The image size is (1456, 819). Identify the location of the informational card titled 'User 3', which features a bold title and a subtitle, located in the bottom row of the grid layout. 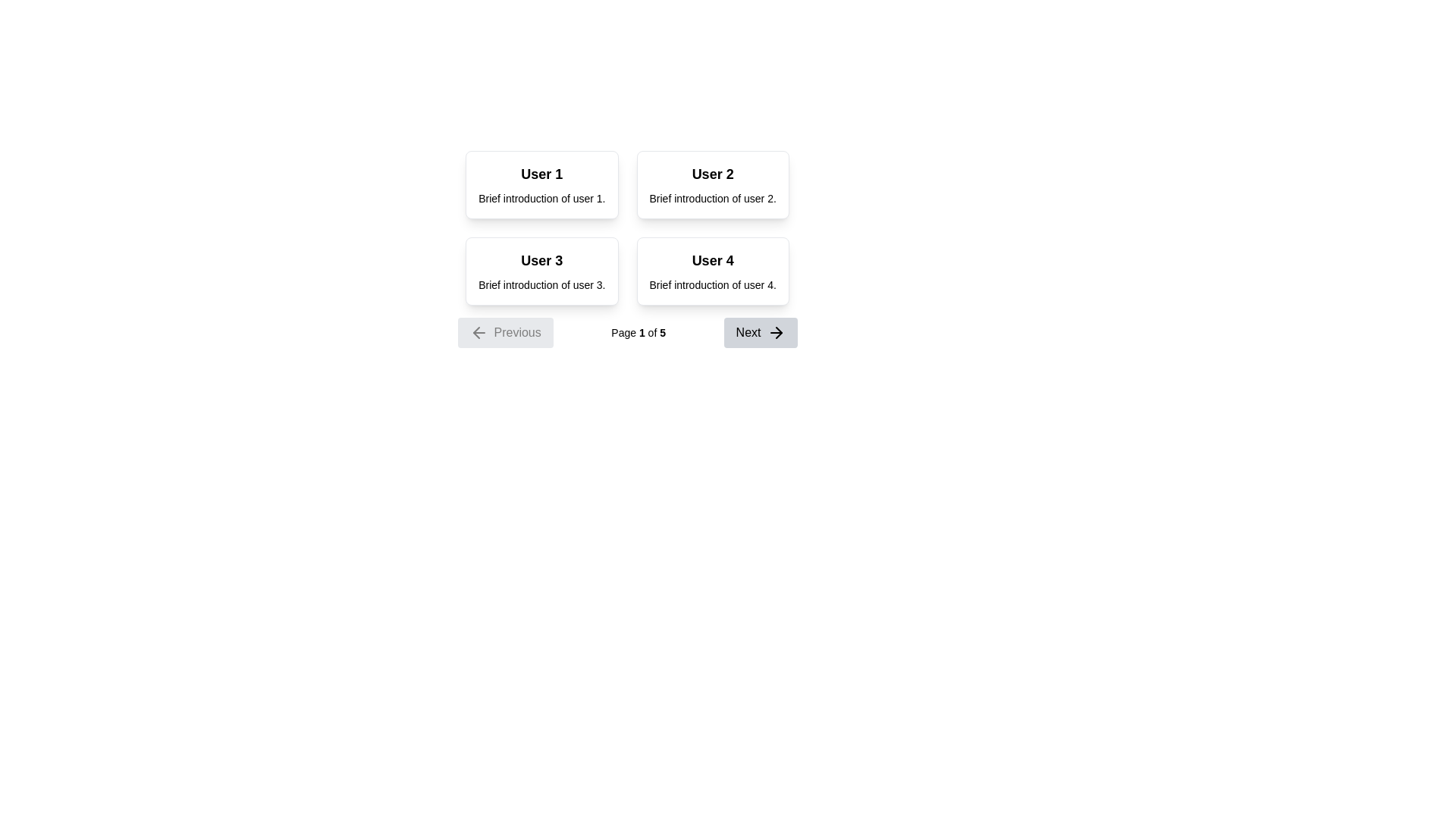
(541, 271).